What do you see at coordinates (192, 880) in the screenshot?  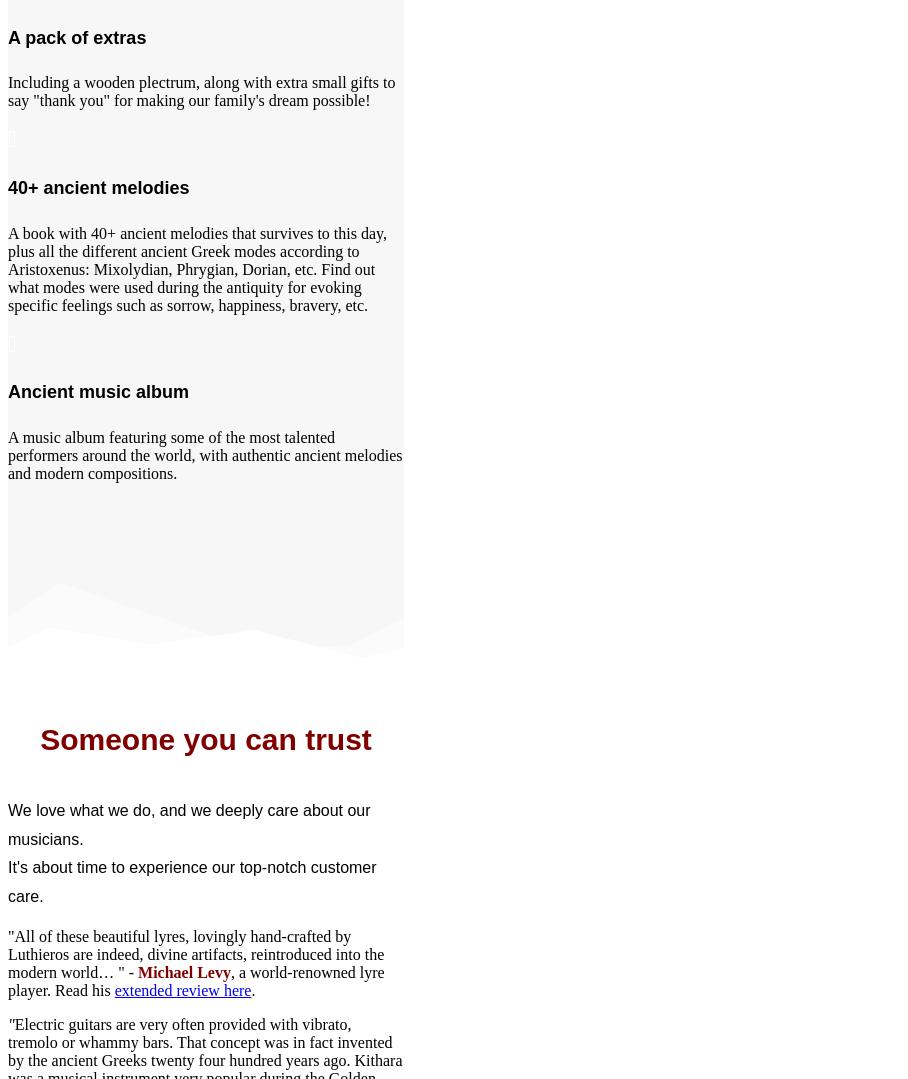 I see `'It's about time to experience our top-notch customer care.'` at bounding box center [192, 880].